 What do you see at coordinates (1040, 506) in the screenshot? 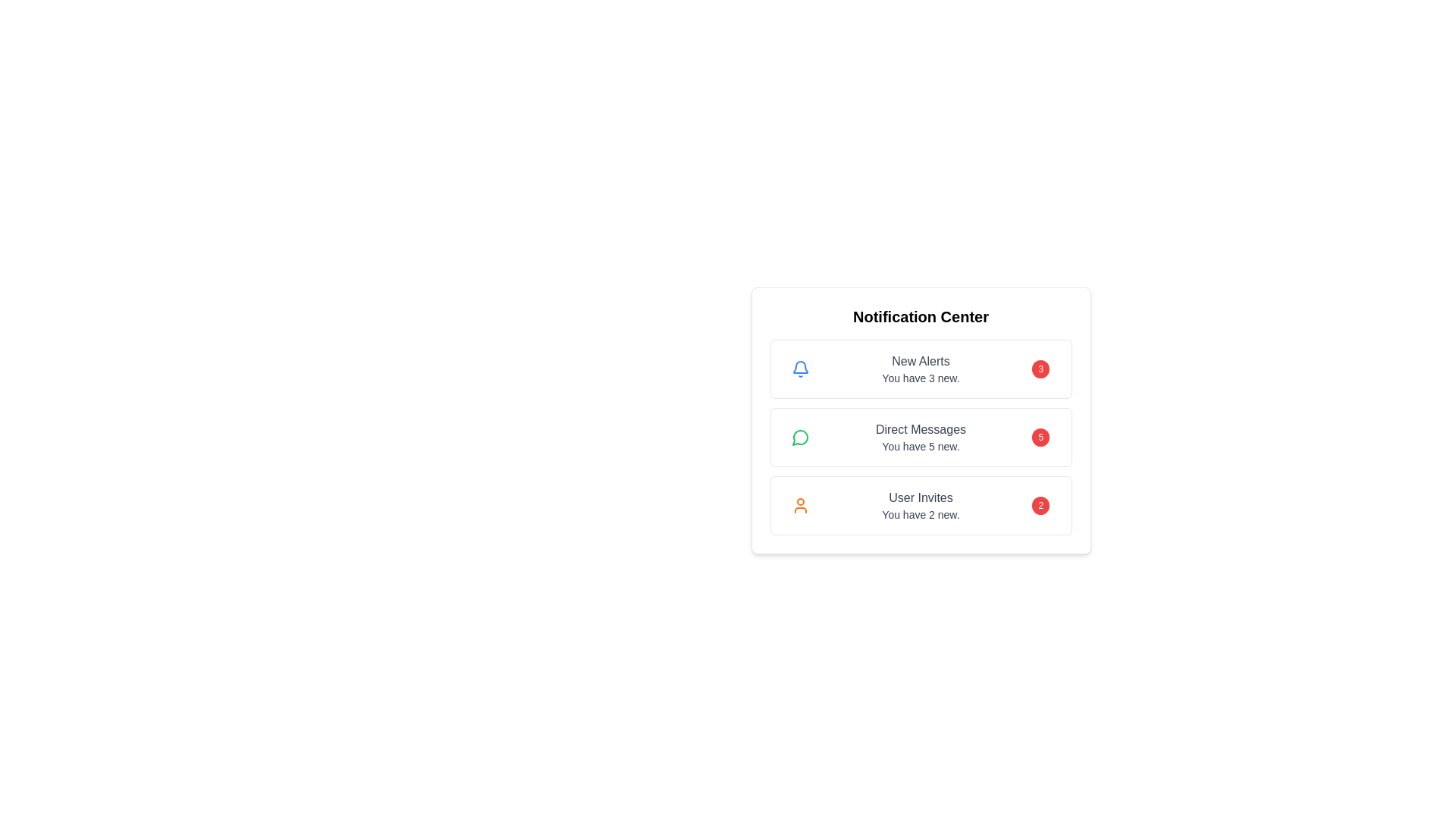
I see `the small circular badge displaying the number '2' with a red background adjacent to 'User Invites'` at bounding box center [1040, 506].